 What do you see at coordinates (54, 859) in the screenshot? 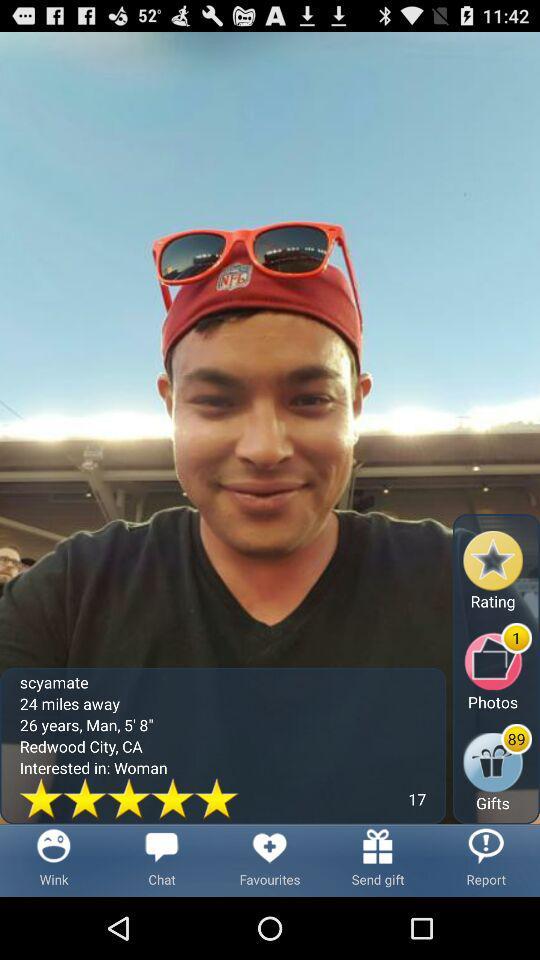
I see `the wink` at bounding box center [54, 859].